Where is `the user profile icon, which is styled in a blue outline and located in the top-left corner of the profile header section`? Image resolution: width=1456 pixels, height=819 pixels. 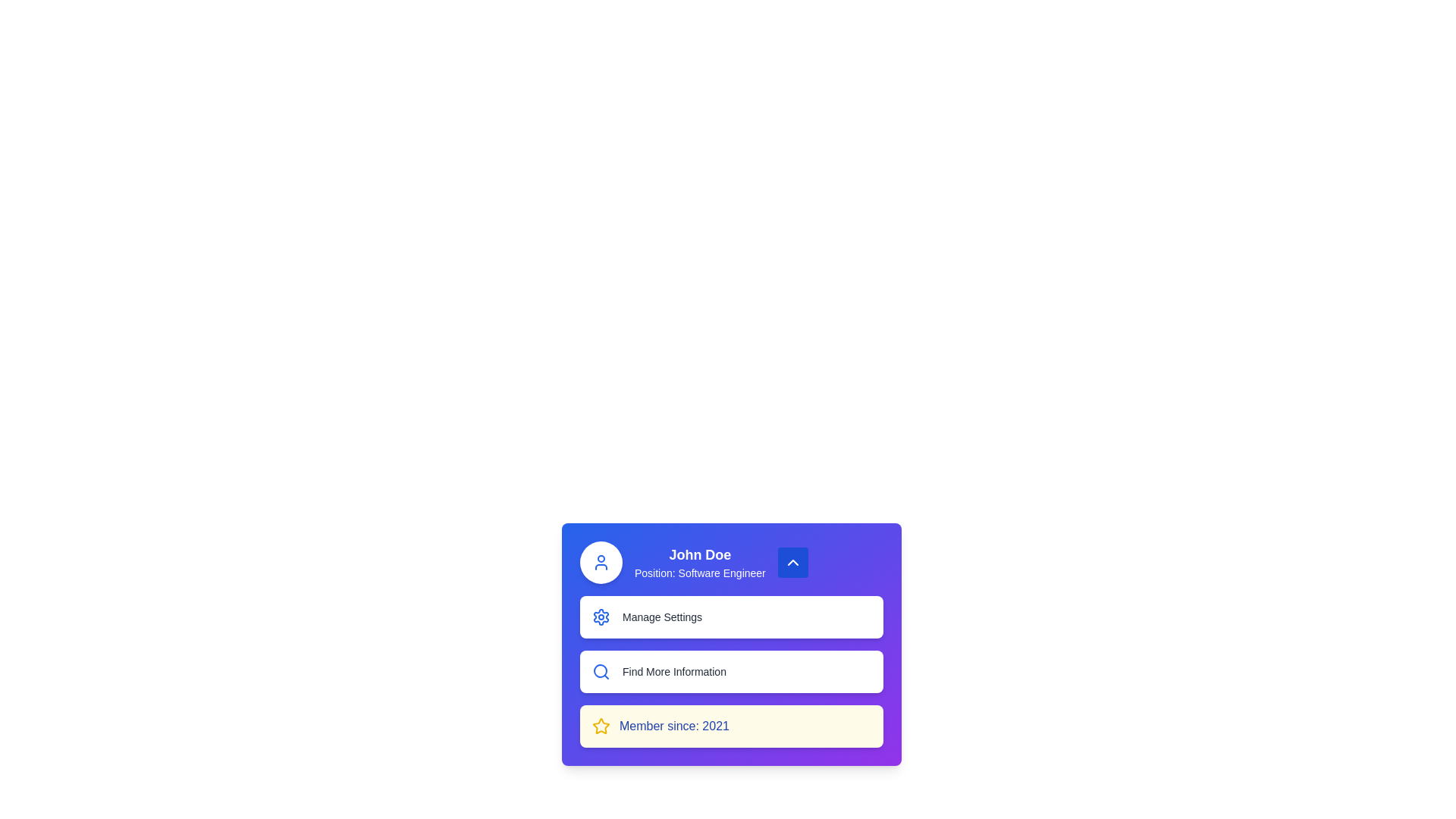
the user profile icon, which is styled in a blue outline and located in the top-left corner of the profile header section is located at coordinates (600, 562).